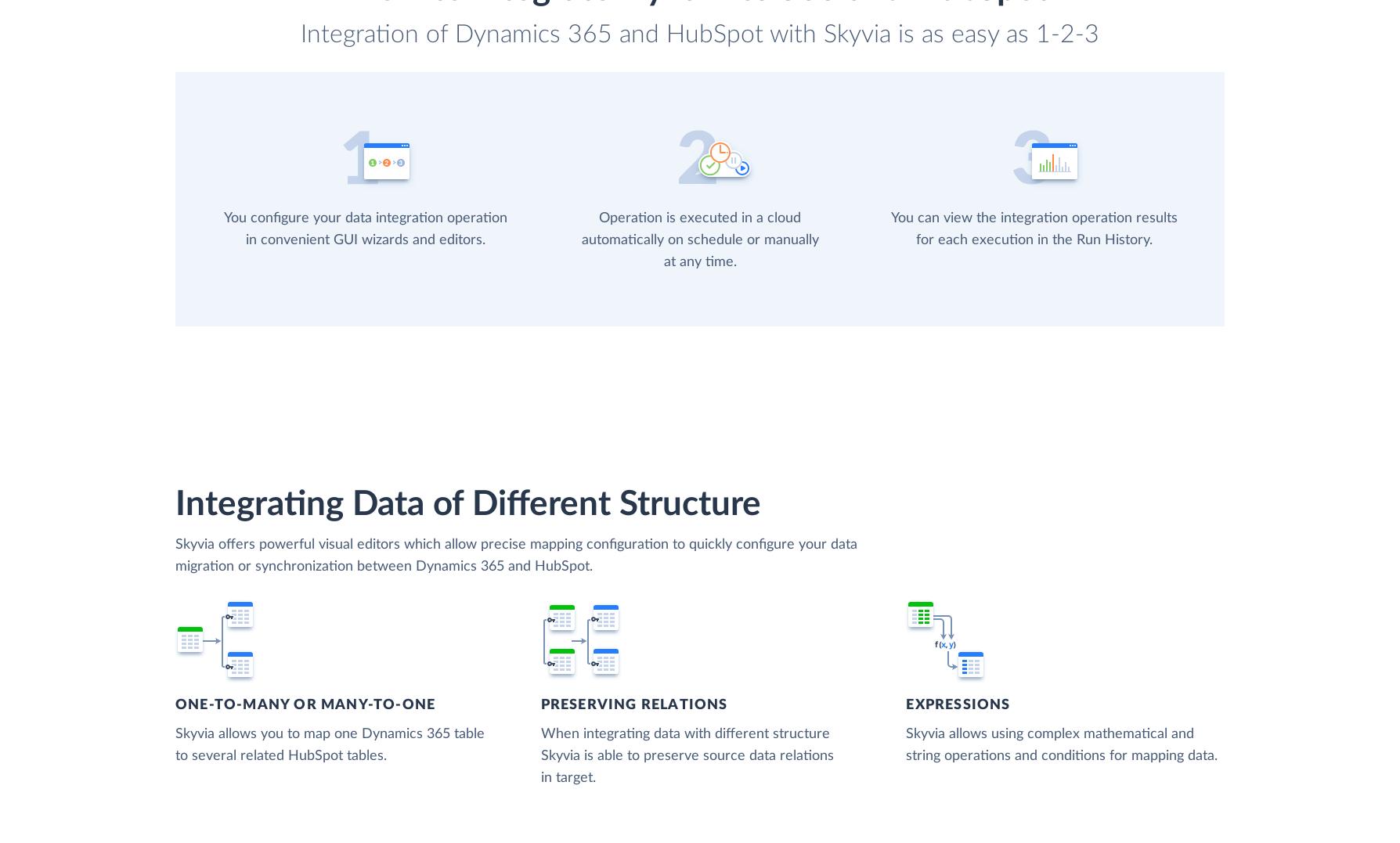  What do you see at coordinates (686, 755) in the screenshot?
I see `'When integrating data with different structure Skyvia is able to preserve source data relations in target.'` at bounding box center [686, 755].